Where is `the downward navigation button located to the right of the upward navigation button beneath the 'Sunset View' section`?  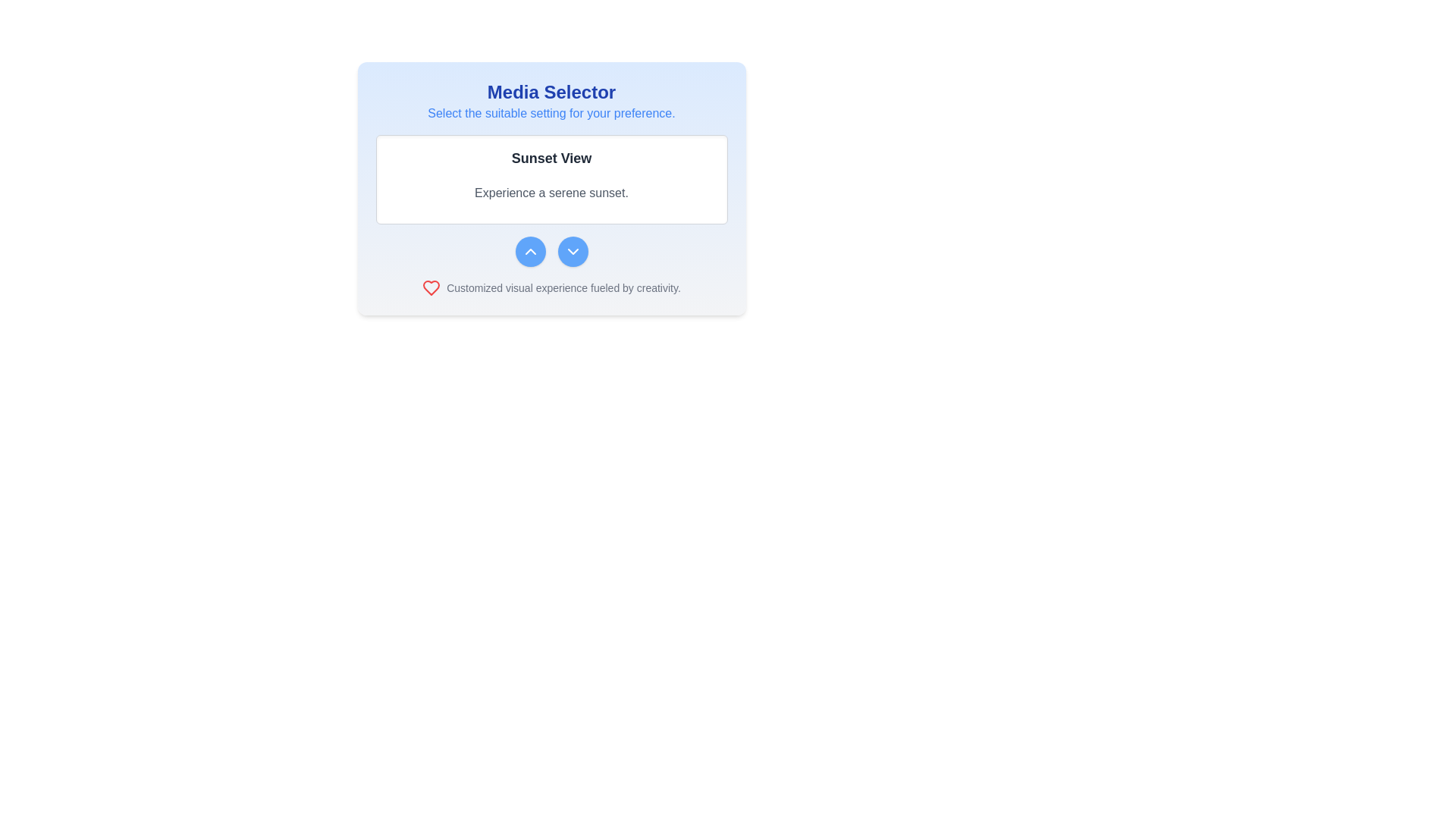
the downward navigation button located to the right of the upward navigation button beneath the 'Sunset View' section is located at coordinates (572, 250).